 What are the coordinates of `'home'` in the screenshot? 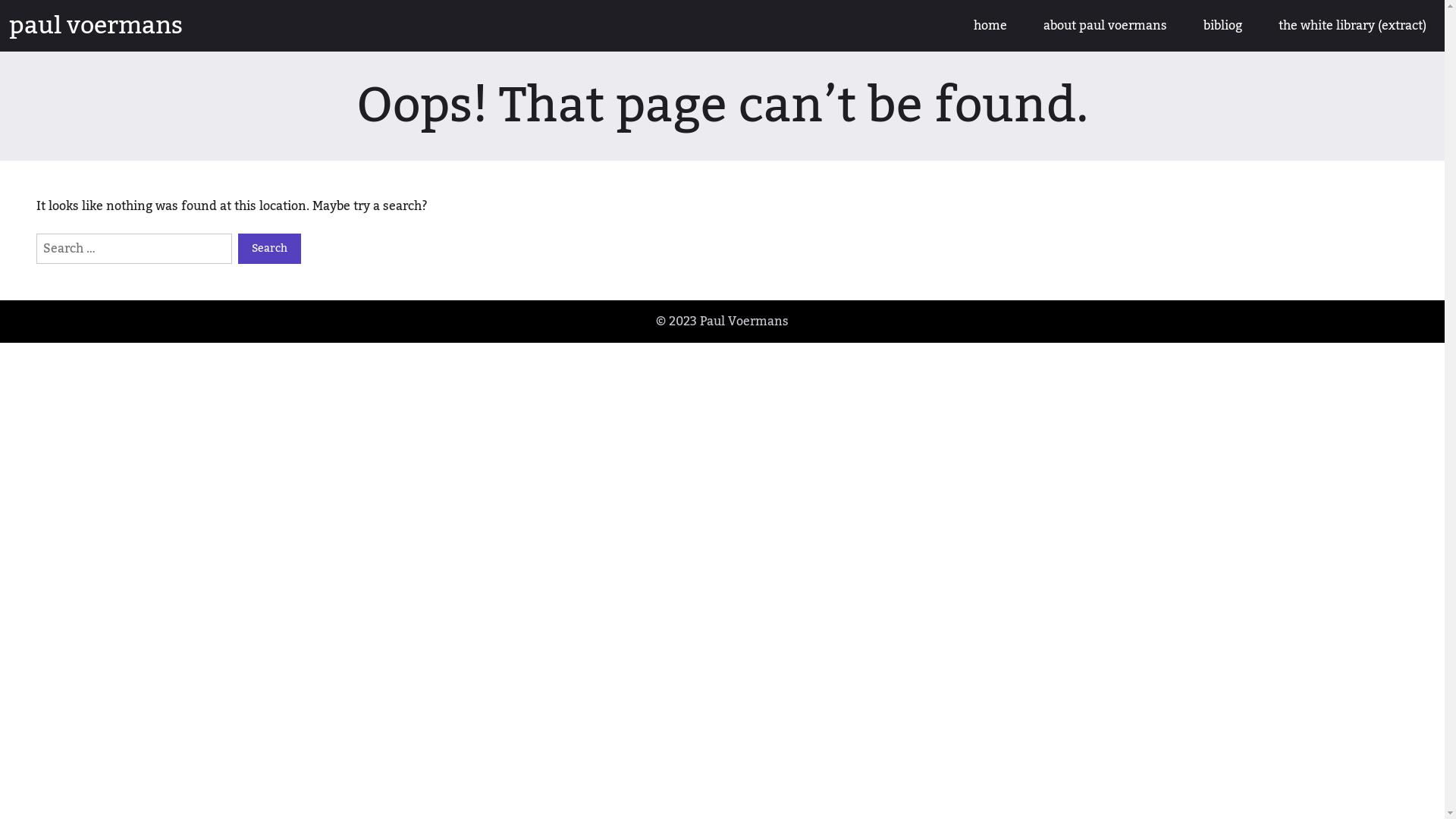 It's located at (954, 26).